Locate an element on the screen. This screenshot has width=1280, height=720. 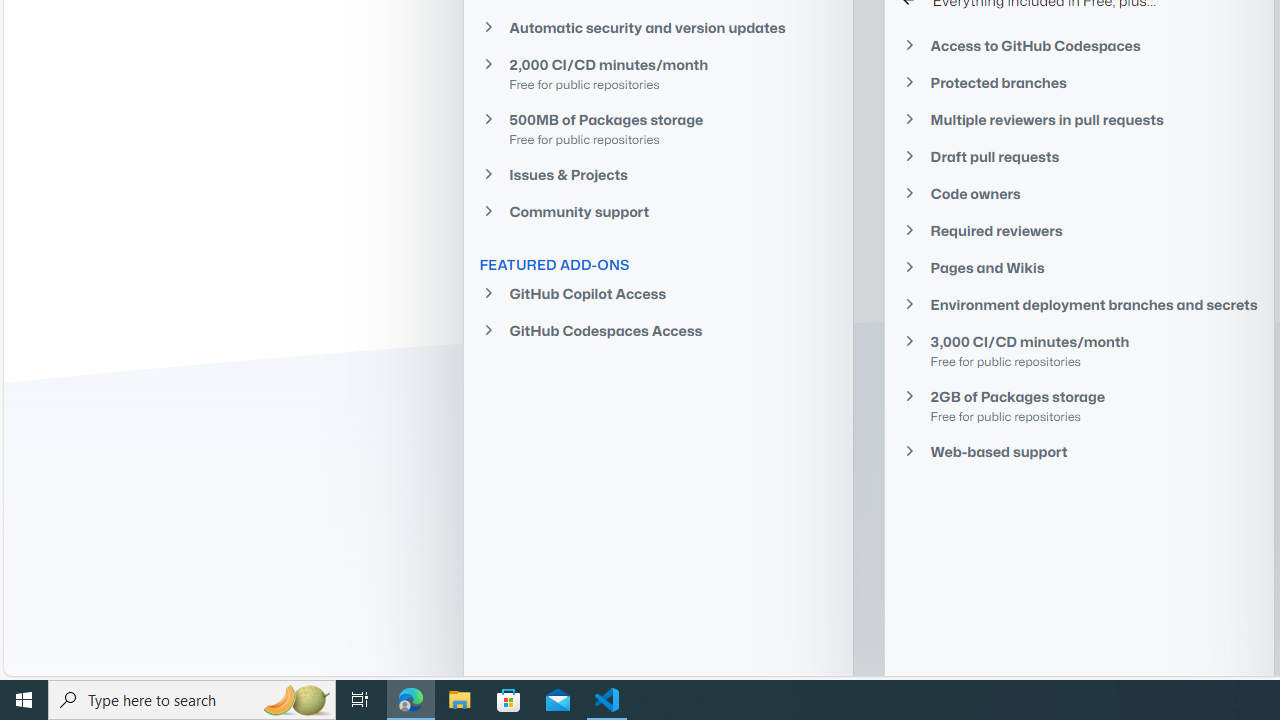
'Environment deployment branches and secrets' is located at coordinates (1078, 304).